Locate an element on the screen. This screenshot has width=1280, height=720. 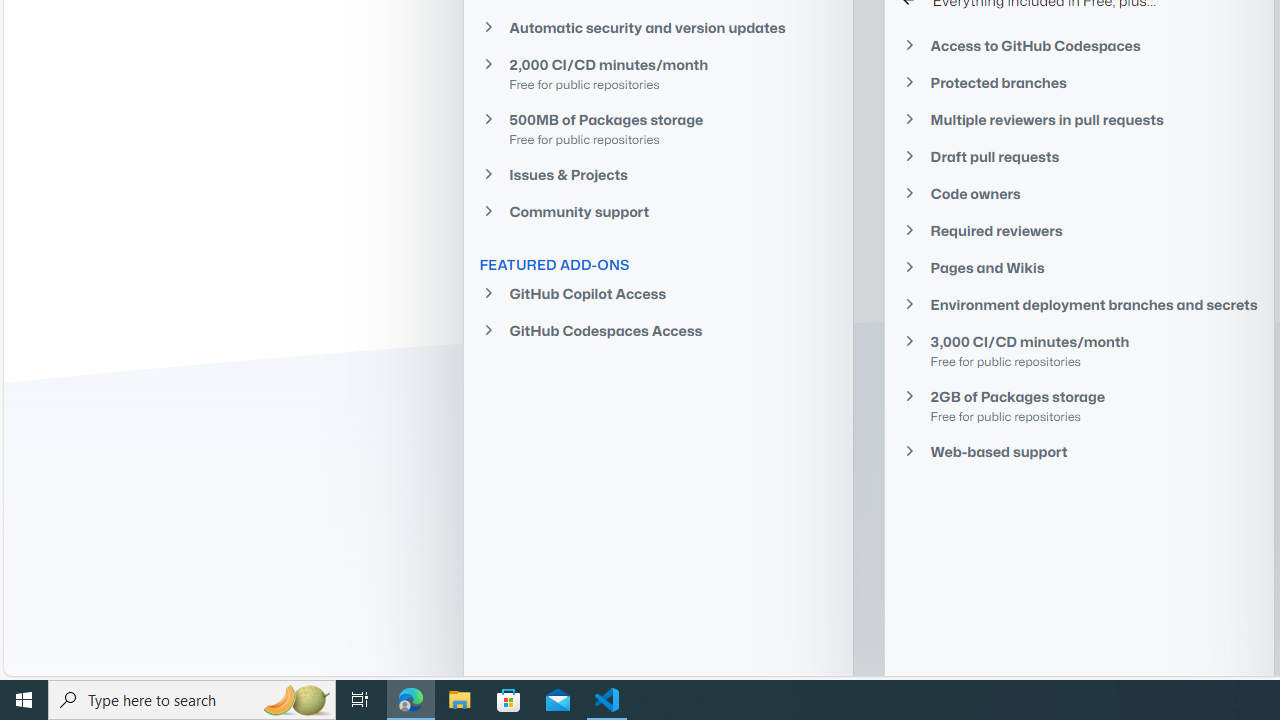
'Environment deployment branches and secrets' is located at coordinates (1078, 304).